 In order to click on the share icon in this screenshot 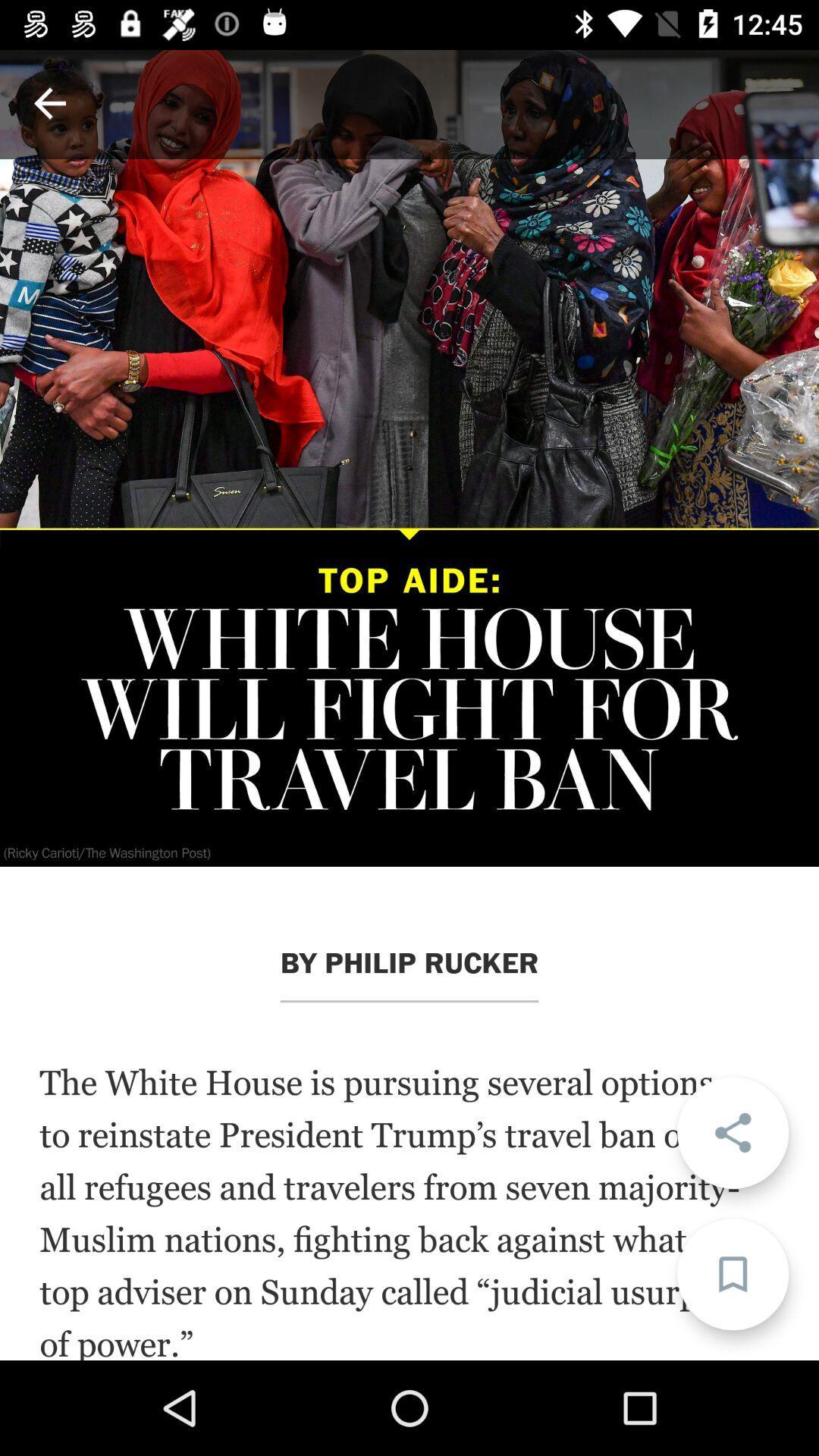, I will do `click(732, 1132)`.